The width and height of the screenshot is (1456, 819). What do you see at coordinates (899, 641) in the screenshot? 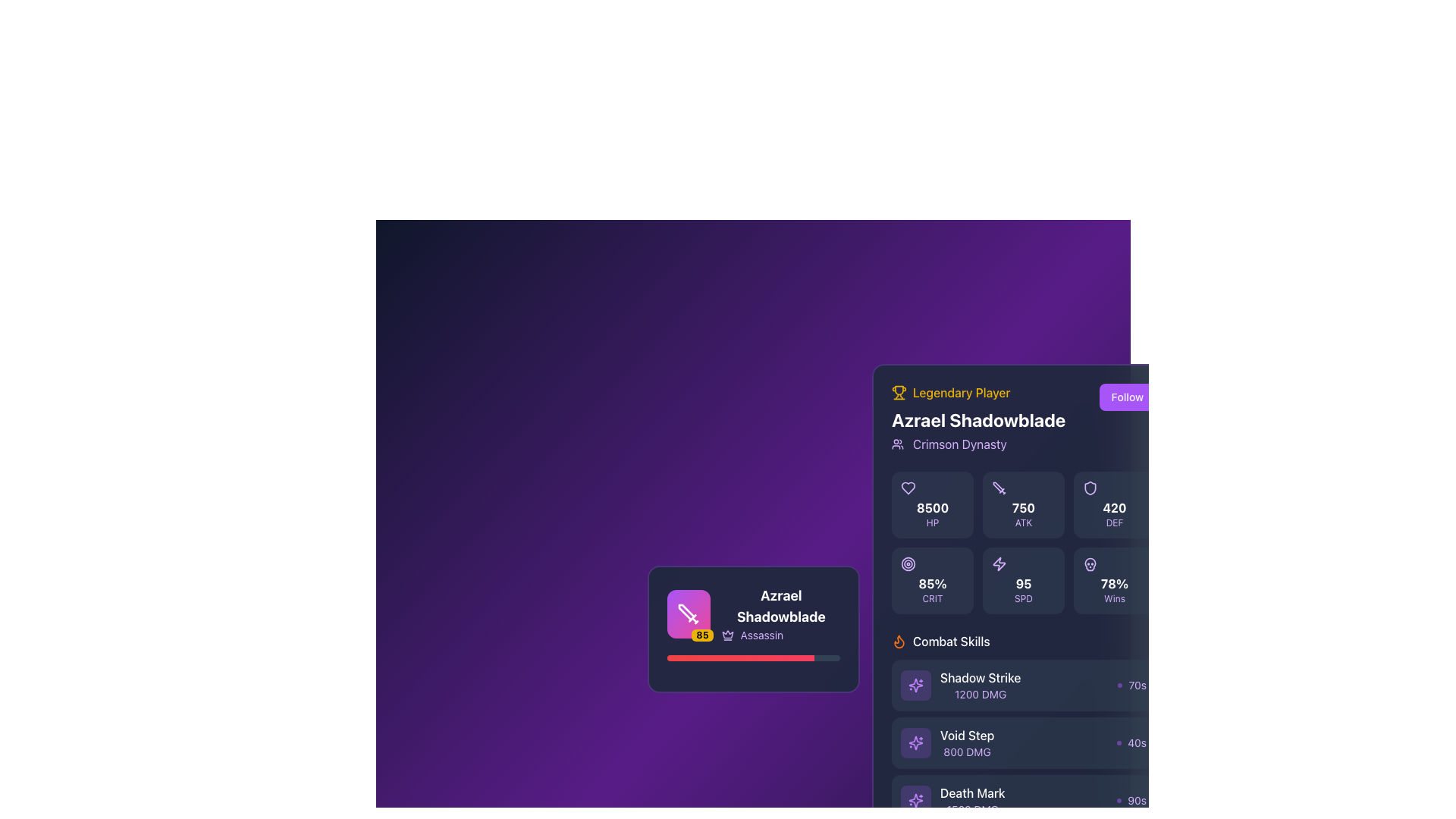
I see `the flame icon that represents the 'Combat Skills' section, located beside the 'Combat Skills' label in the right-side panel` at bounding box center [899, 641].